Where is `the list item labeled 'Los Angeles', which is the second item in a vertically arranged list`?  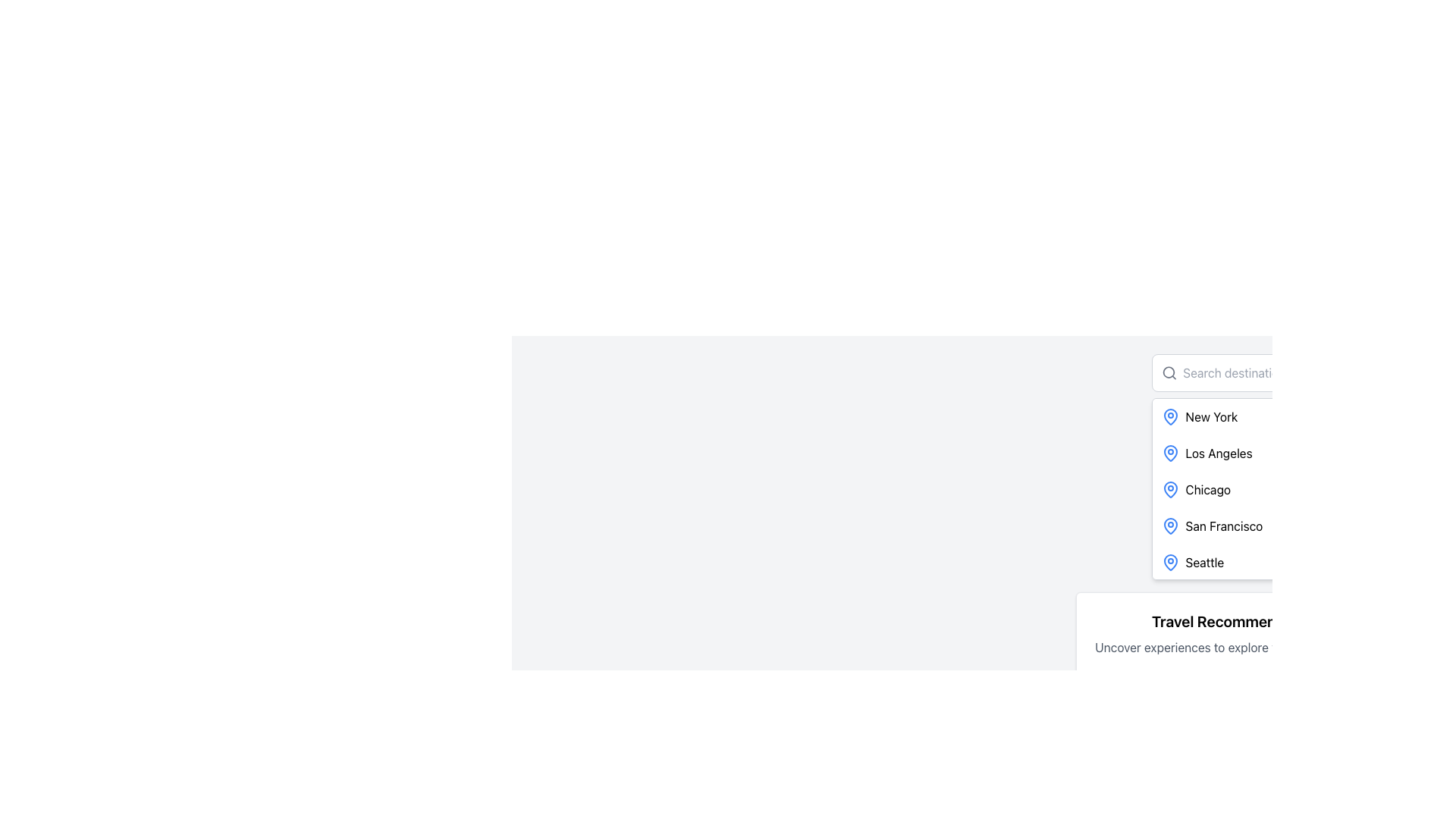 the list item labeled 'Los Angeles', which is the second item in a vertically arranged list is located at coordinates (1240, 466).